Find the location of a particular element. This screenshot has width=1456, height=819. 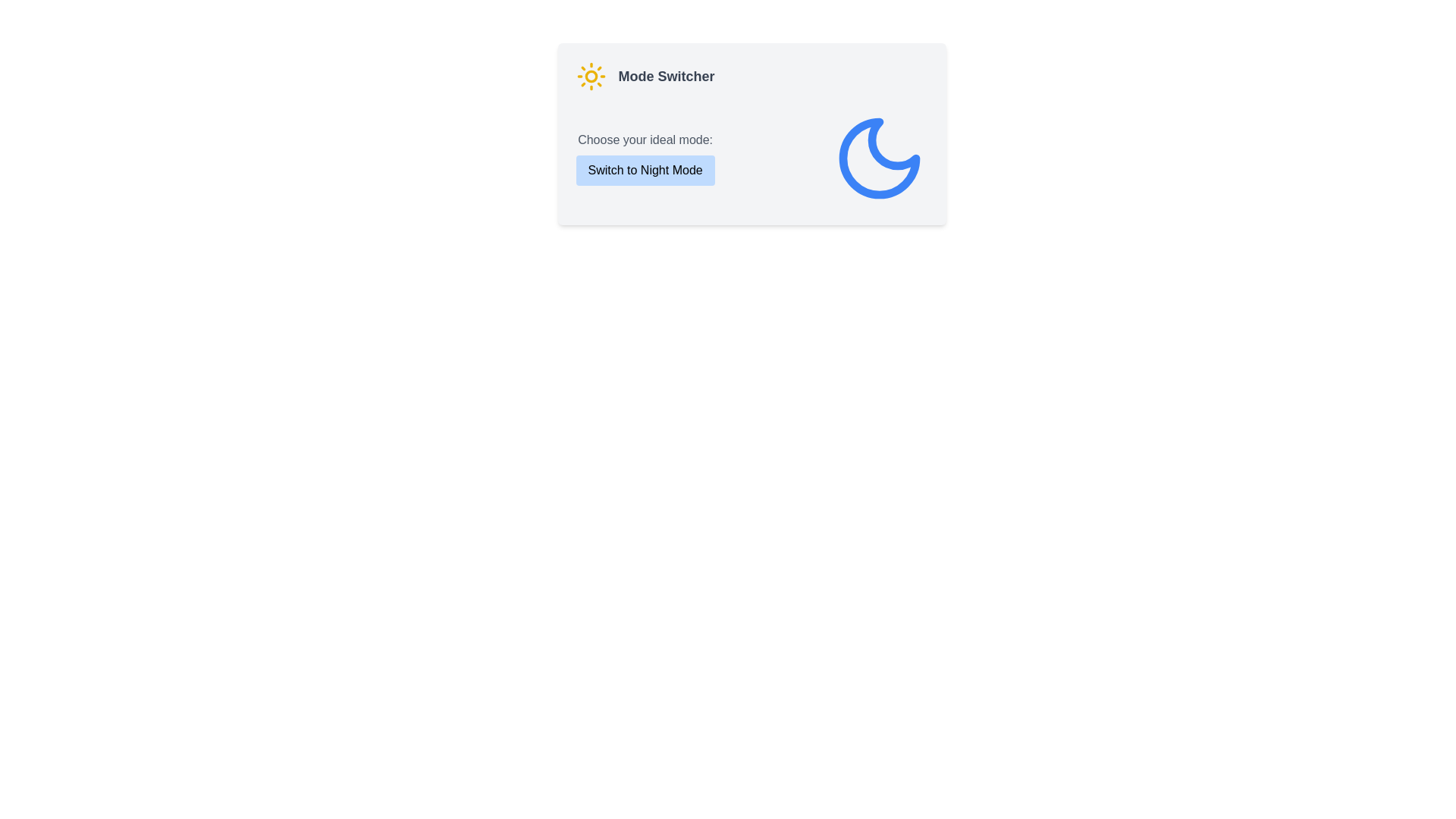

the sun icon located to the left of the 'Mode Switcher' text, which features a vibrant yellow color and a clean, minimalistic design is located at coordinates (590, 76).